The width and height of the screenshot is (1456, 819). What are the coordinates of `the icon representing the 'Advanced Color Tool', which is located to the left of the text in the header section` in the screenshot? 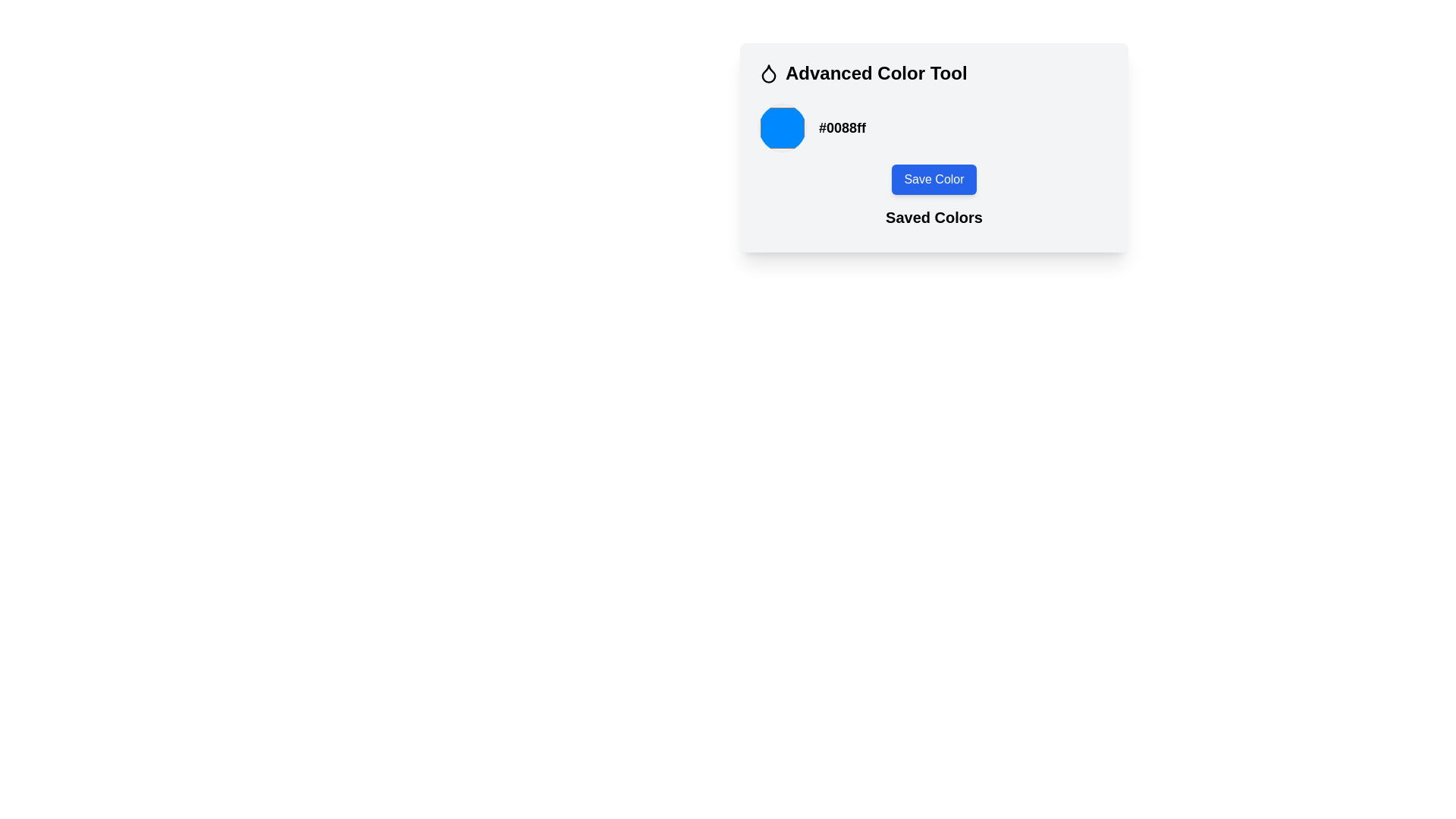 It's located at (768, 73).